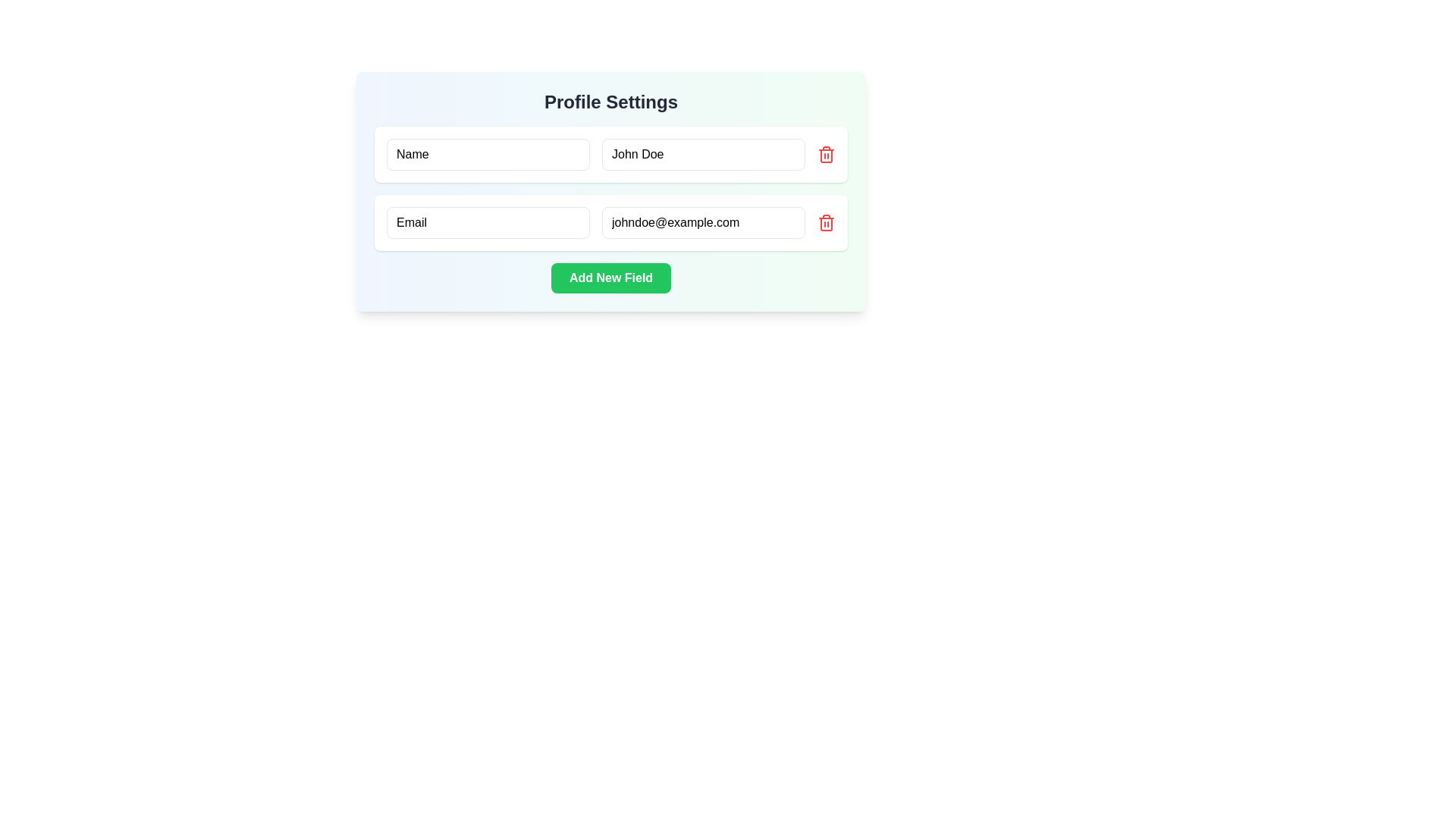 The width and height of the screenshot is (1456, 819). What do you see at coordinates (611, 222) in the screenshot?
I see `the editable email input field represented by the Composite element located below the 'Name: John Doe' element` at bounding box center [611, 222].